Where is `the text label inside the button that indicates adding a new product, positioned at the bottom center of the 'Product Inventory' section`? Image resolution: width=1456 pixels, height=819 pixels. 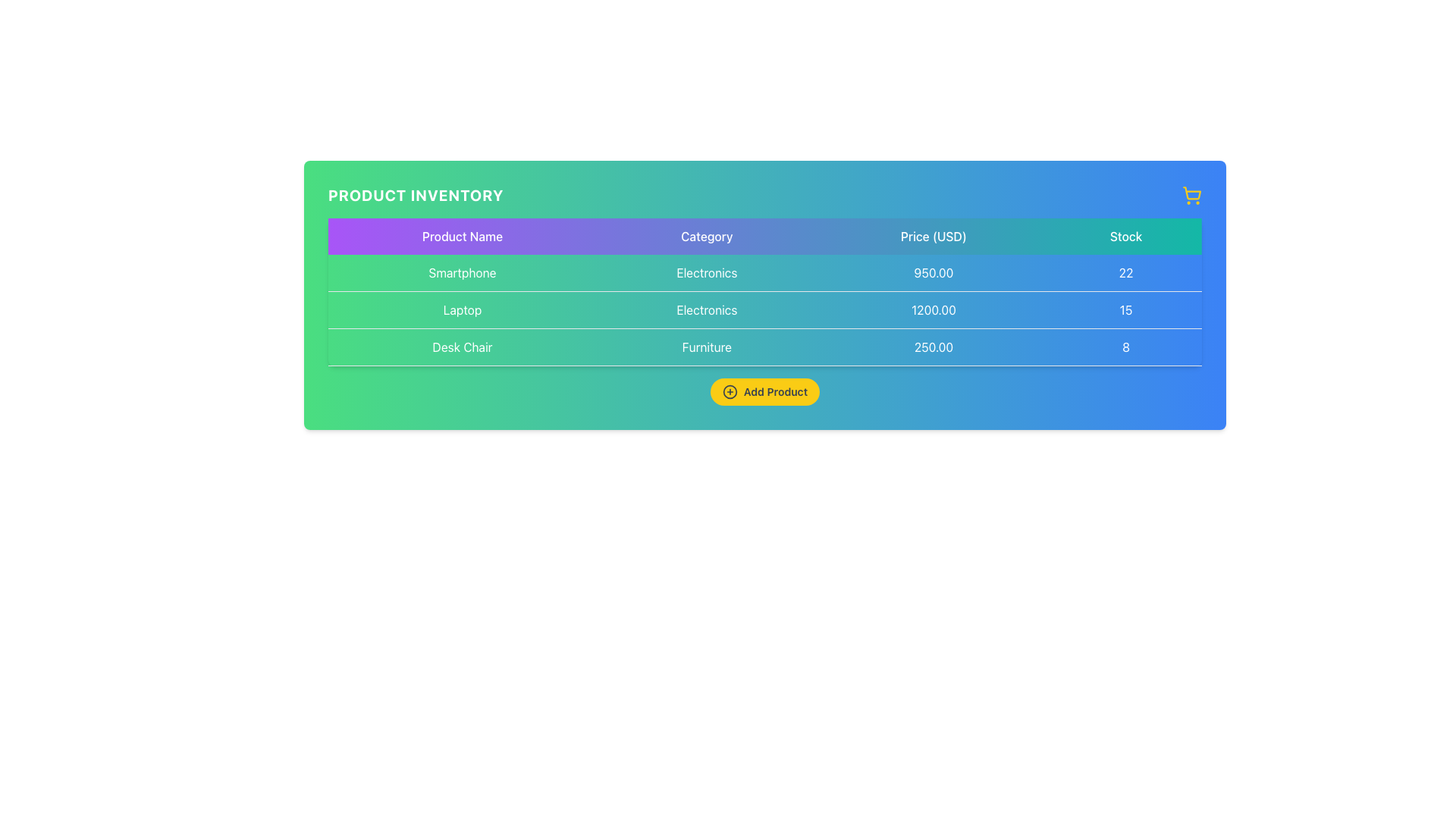
the text label inside the button that indicates adding a new product, positioned at the bottom center of the 'Product Inventory' section is located at coordinates (775, 391).